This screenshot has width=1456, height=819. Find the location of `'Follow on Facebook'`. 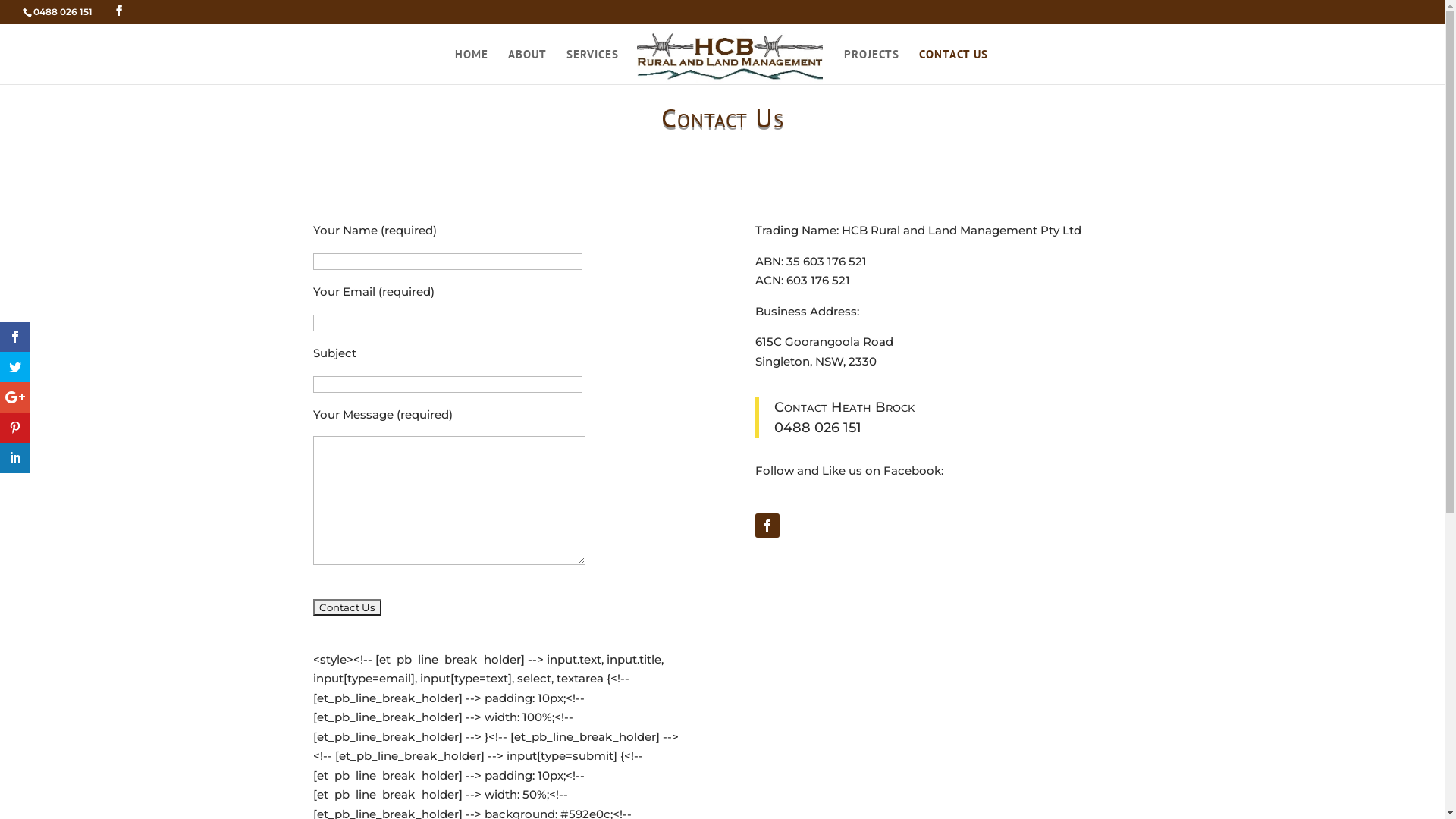

'Follow on Facebook' is located at coordinates (767, 525).